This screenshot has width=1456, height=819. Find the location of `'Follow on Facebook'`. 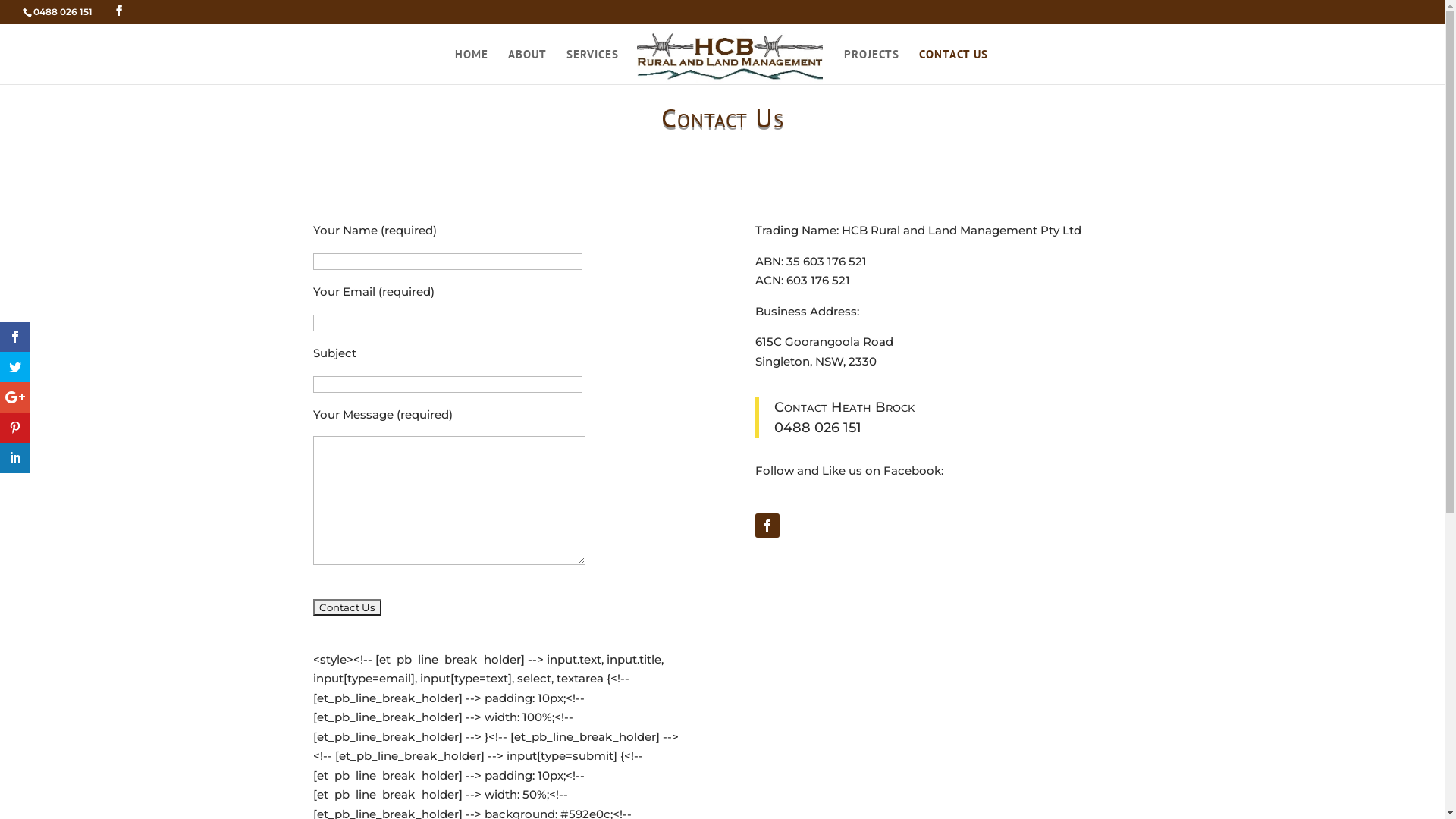

'Follow on Facebook' is located at coordinates (767, 525).